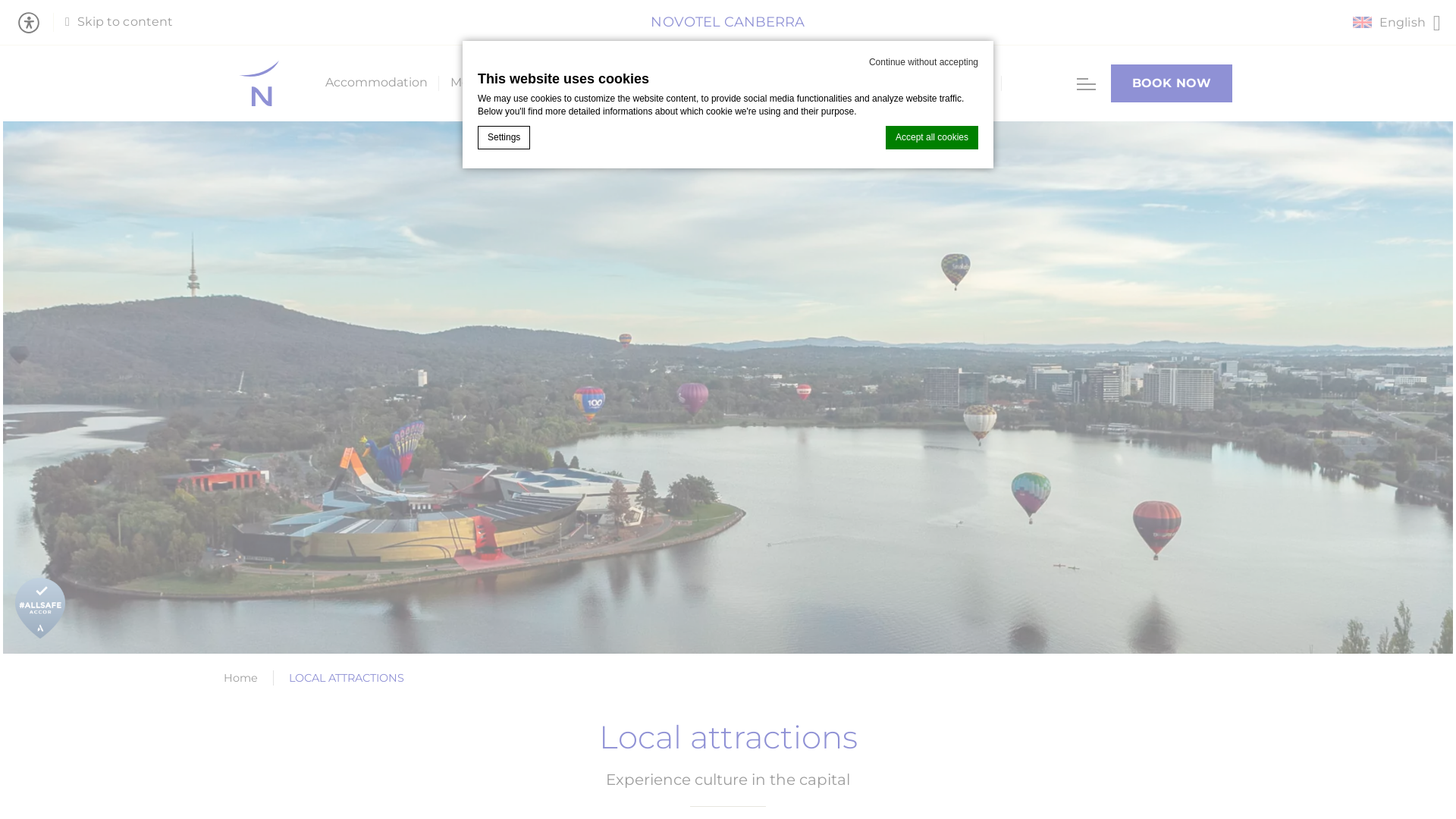 The width and height of the screenshot is (1456, 819). I want to click on 'BOOK NOW', so click(1171, 83).